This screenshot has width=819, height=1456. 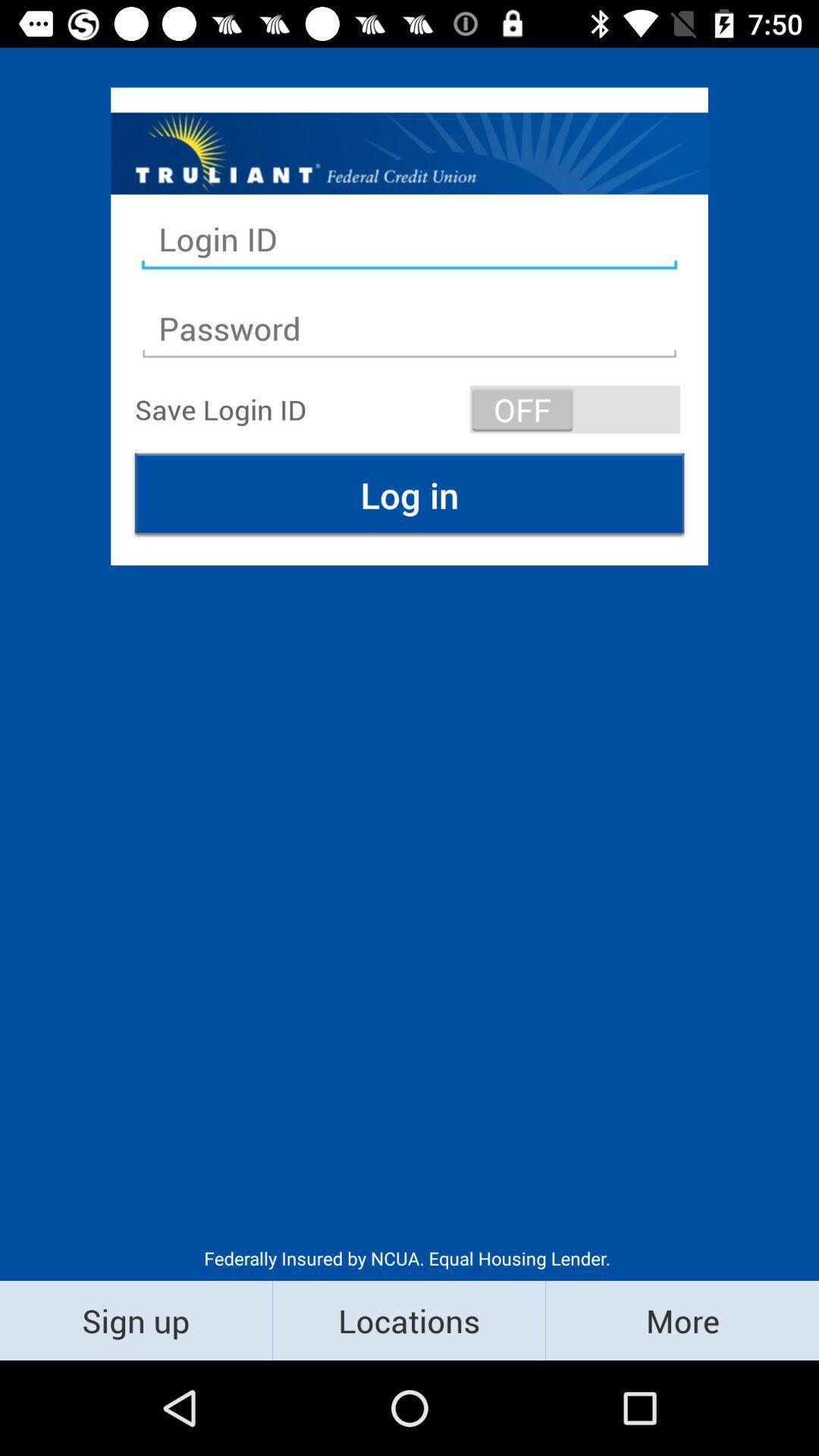 What do you see at coordinates (408, 1319) in the screenshot?
I see `item to the right of the sign up` at bounding box center [408, 1319].